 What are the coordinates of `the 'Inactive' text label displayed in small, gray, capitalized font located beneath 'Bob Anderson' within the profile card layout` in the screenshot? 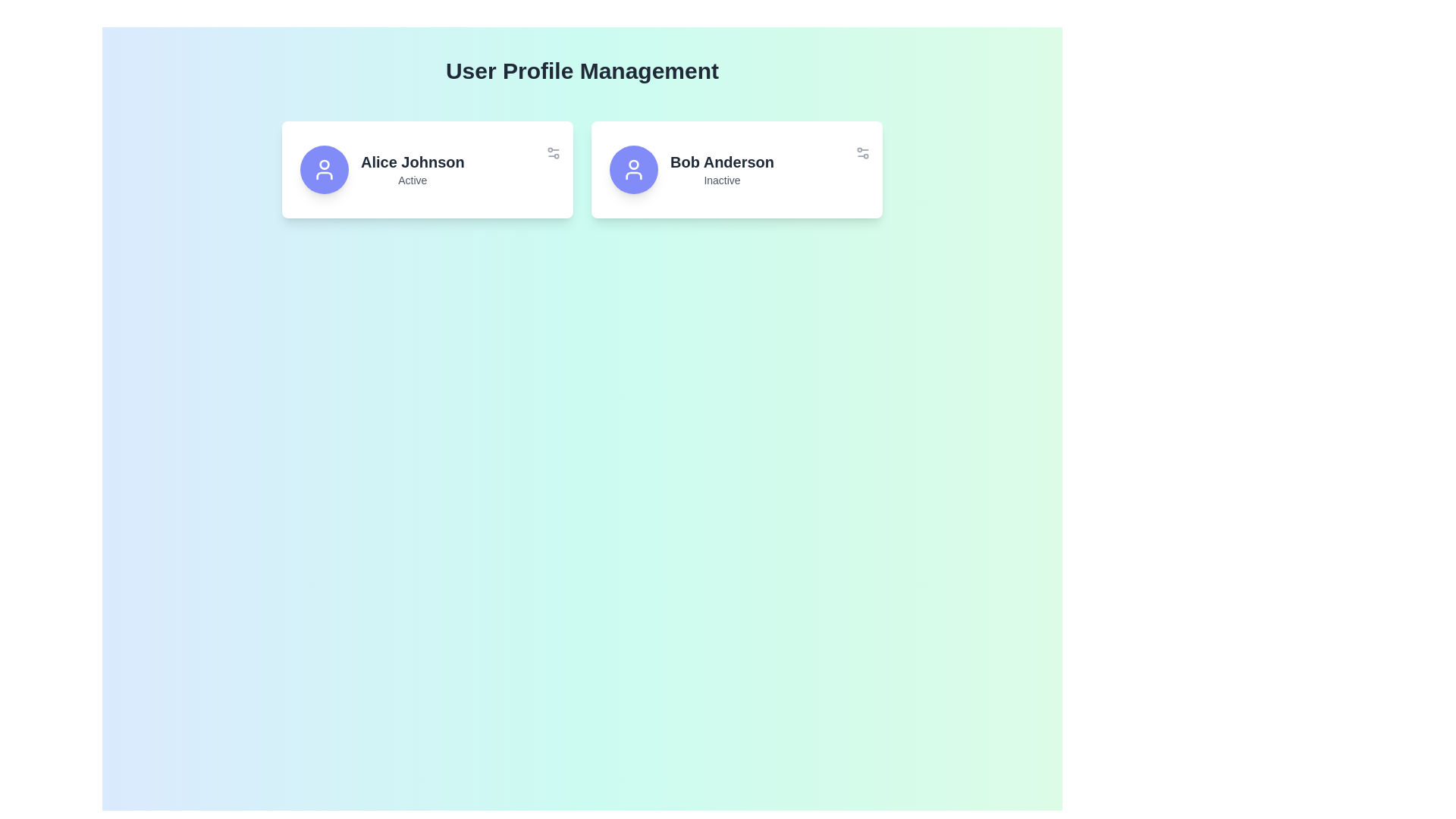 It's located at (721, 180).